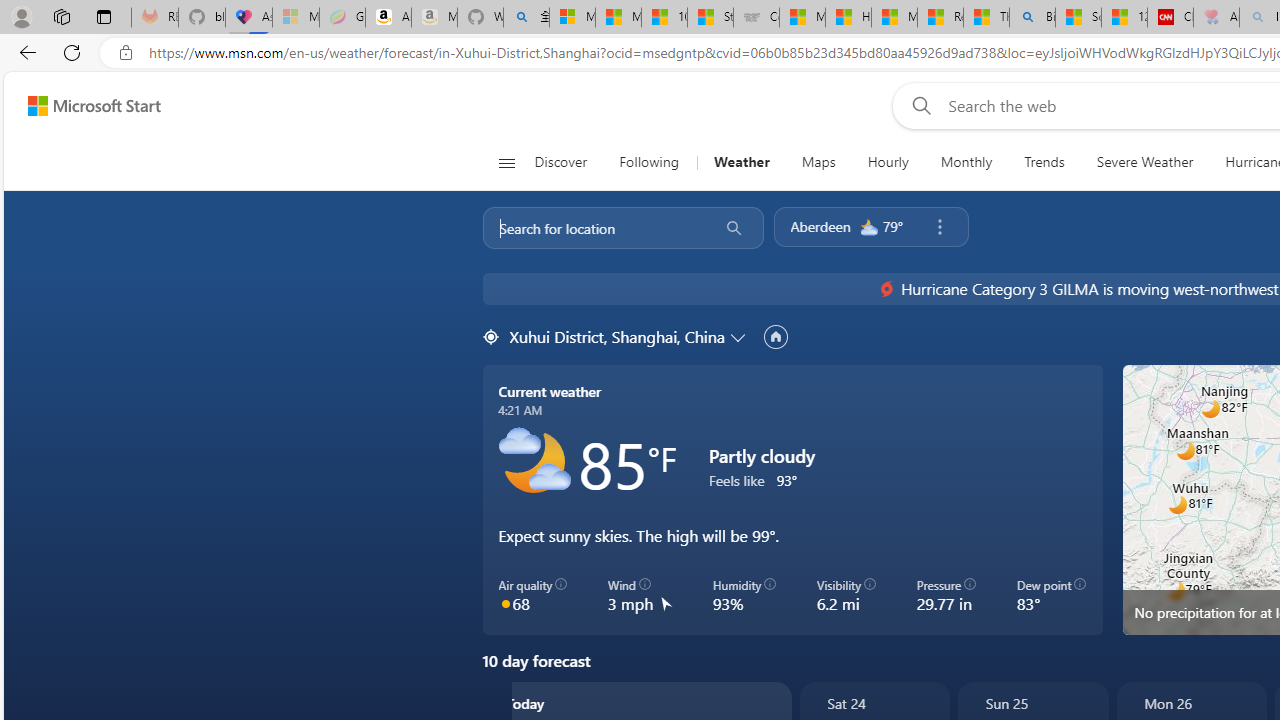  What do you see at coordinates (818, 162) in the screenshot?
I see `'Maps'` at bounding box center [818, 162].